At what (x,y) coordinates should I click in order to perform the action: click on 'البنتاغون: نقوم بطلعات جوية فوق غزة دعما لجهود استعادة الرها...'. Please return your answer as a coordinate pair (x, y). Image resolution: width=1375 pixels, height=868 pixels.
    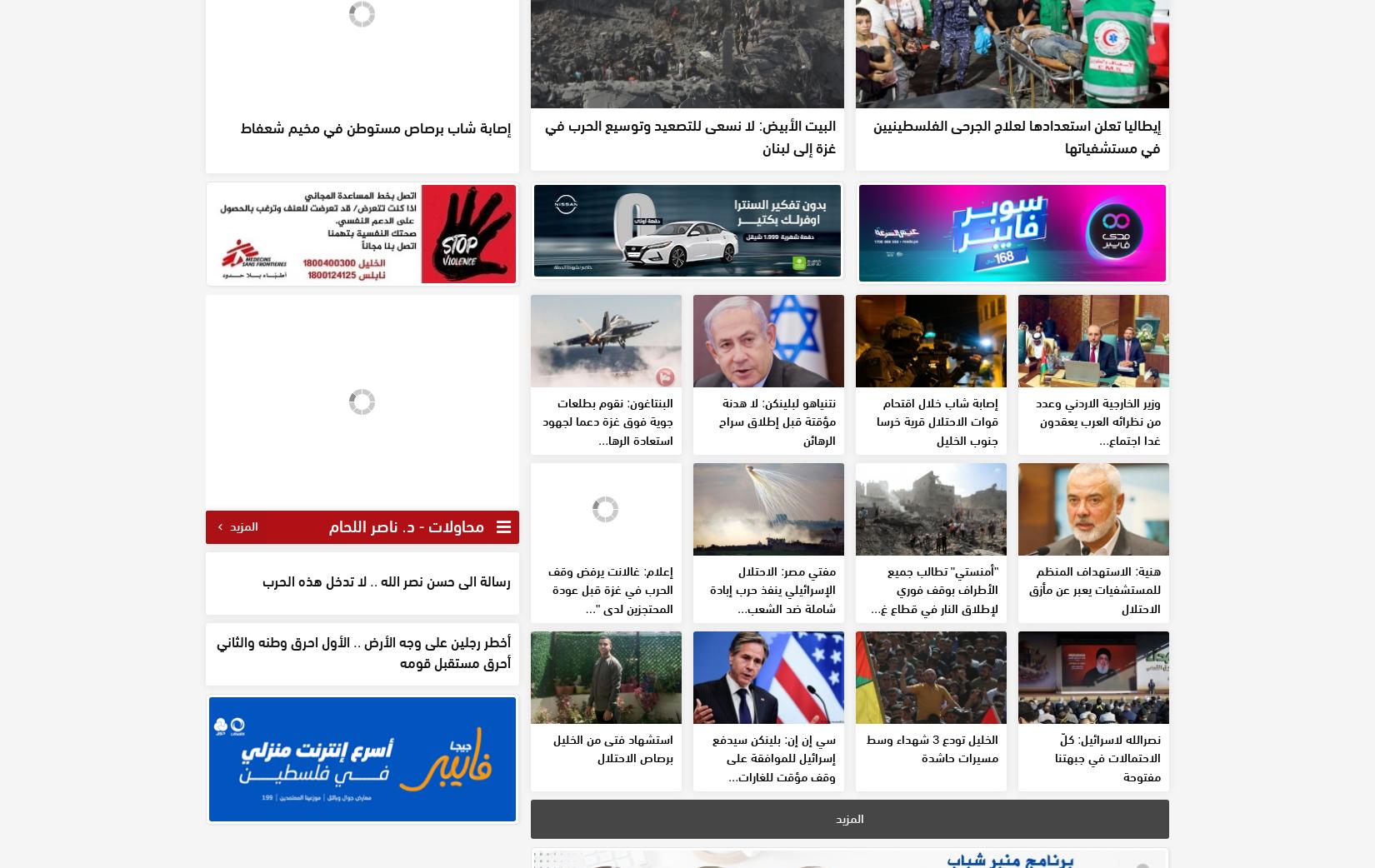
    Looking at the image, I should click on (607, 541).